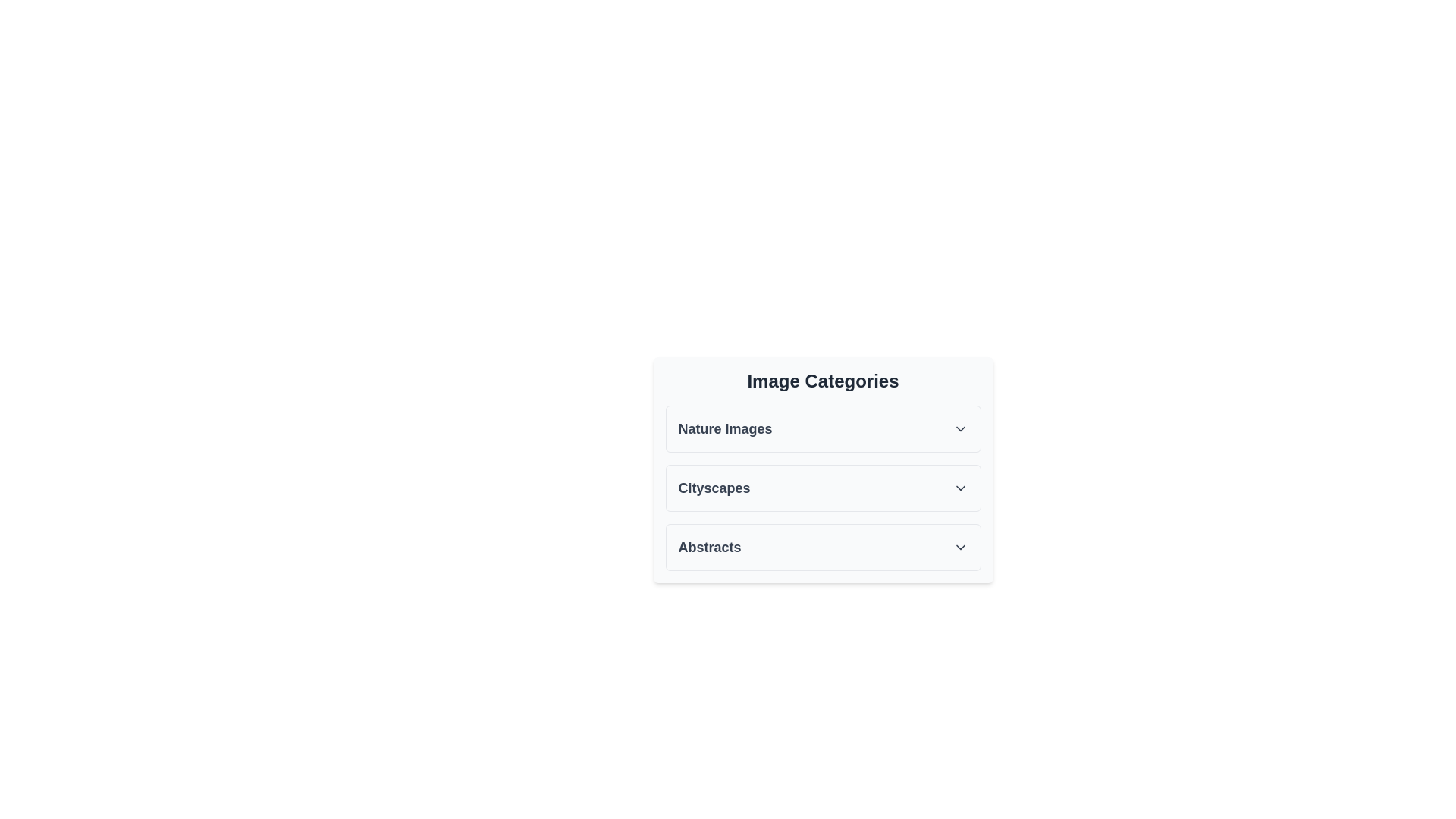  What do you see at coordinates (959, 488) in the screenshot?
I see `the toggle icon for the Cityscapes section to expand or collapse it` at bounding box center [959, 488].